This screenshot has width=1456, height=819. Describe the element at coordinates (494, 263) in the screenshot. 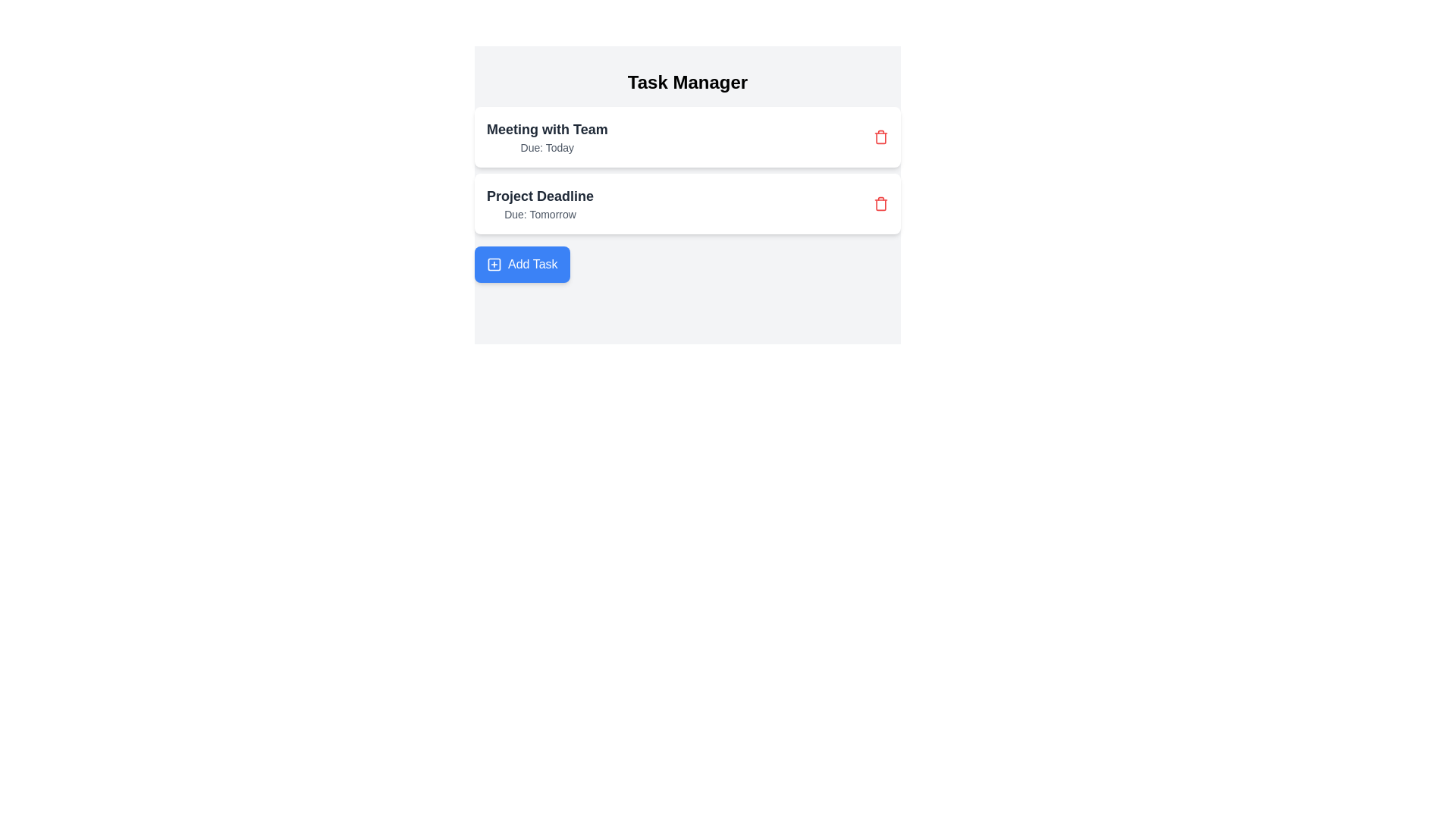

I see `the rounded square icon located inside the blue button labeled 'Add Task' at the bottom left of the task list` at that location.